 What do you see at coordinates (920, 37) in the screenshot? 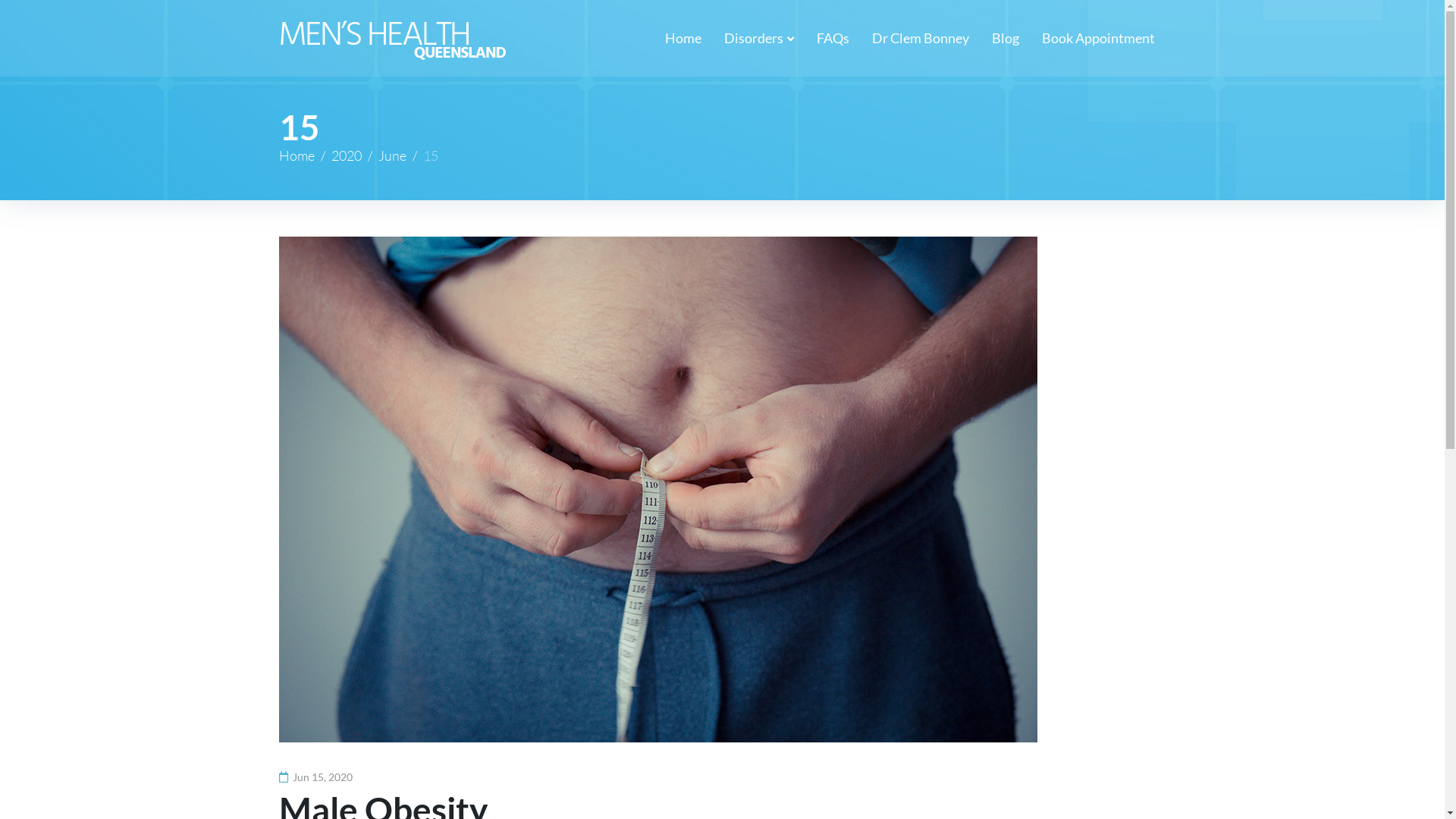
I see `'Dr Clem Bonney'` at bounding box center [920, 37].